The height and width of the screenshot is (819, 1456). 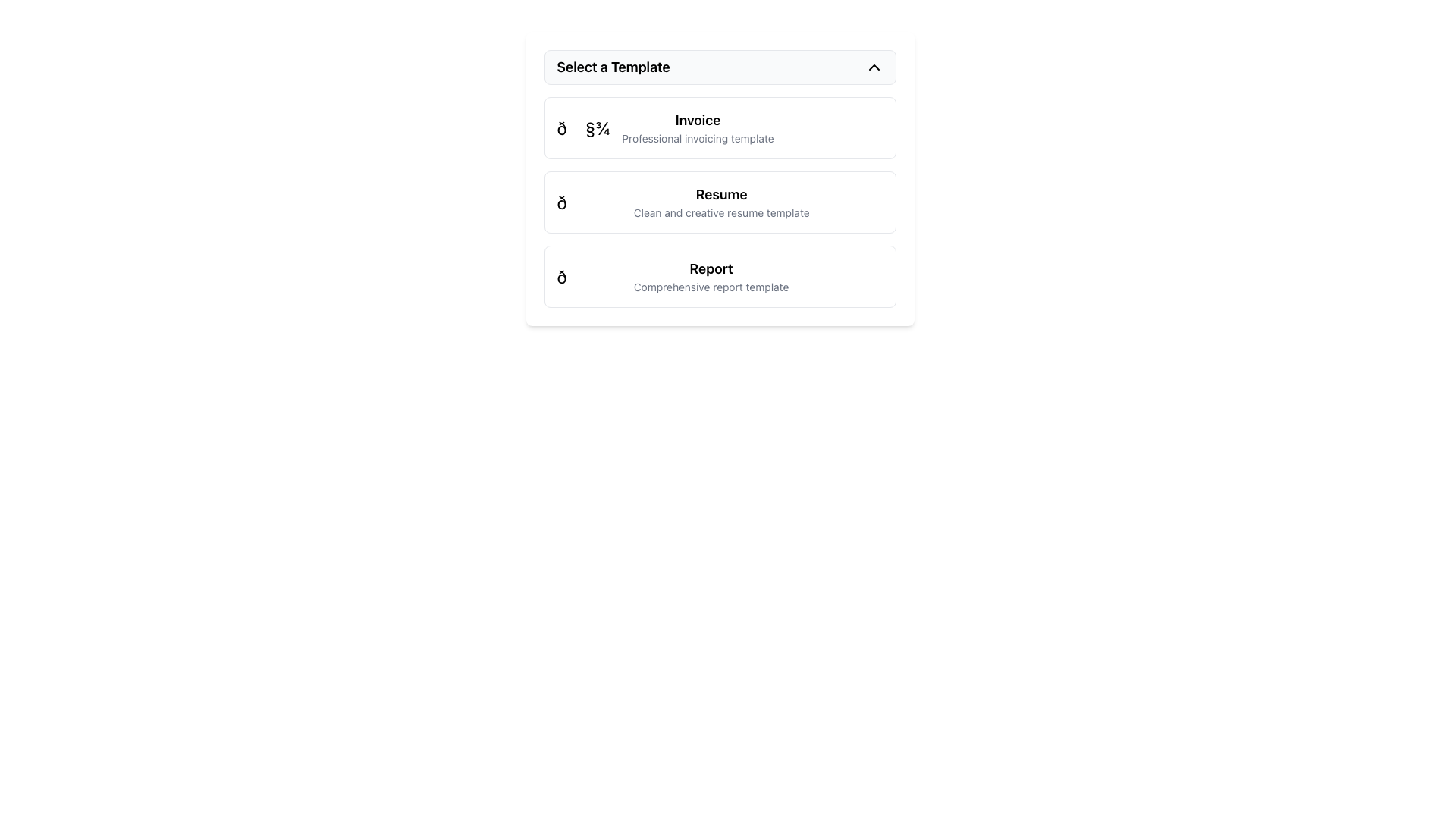 I want to click on the Text Label Group containing the bolded word 'Report' and the smaller text 'Comprehensive report template', which is the third element in a vertical list beneath the 'Resume' option, so click(x=711, y=277).